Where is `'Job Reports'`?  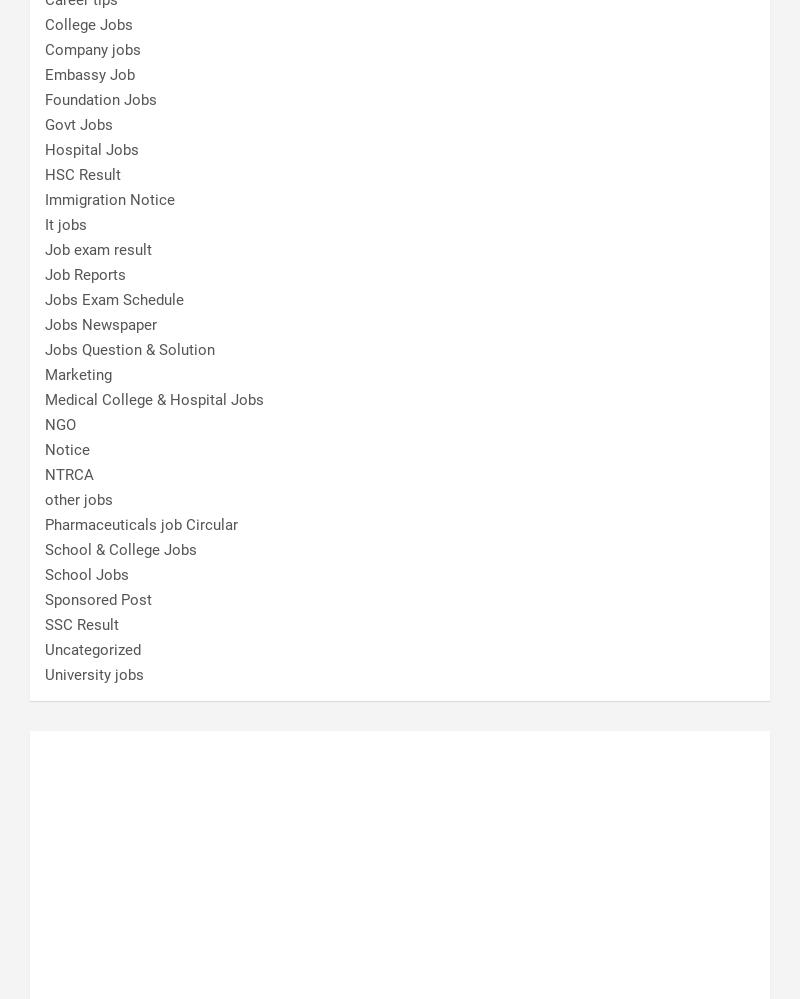 'Job Reports' is located at coordinates (85, 274).